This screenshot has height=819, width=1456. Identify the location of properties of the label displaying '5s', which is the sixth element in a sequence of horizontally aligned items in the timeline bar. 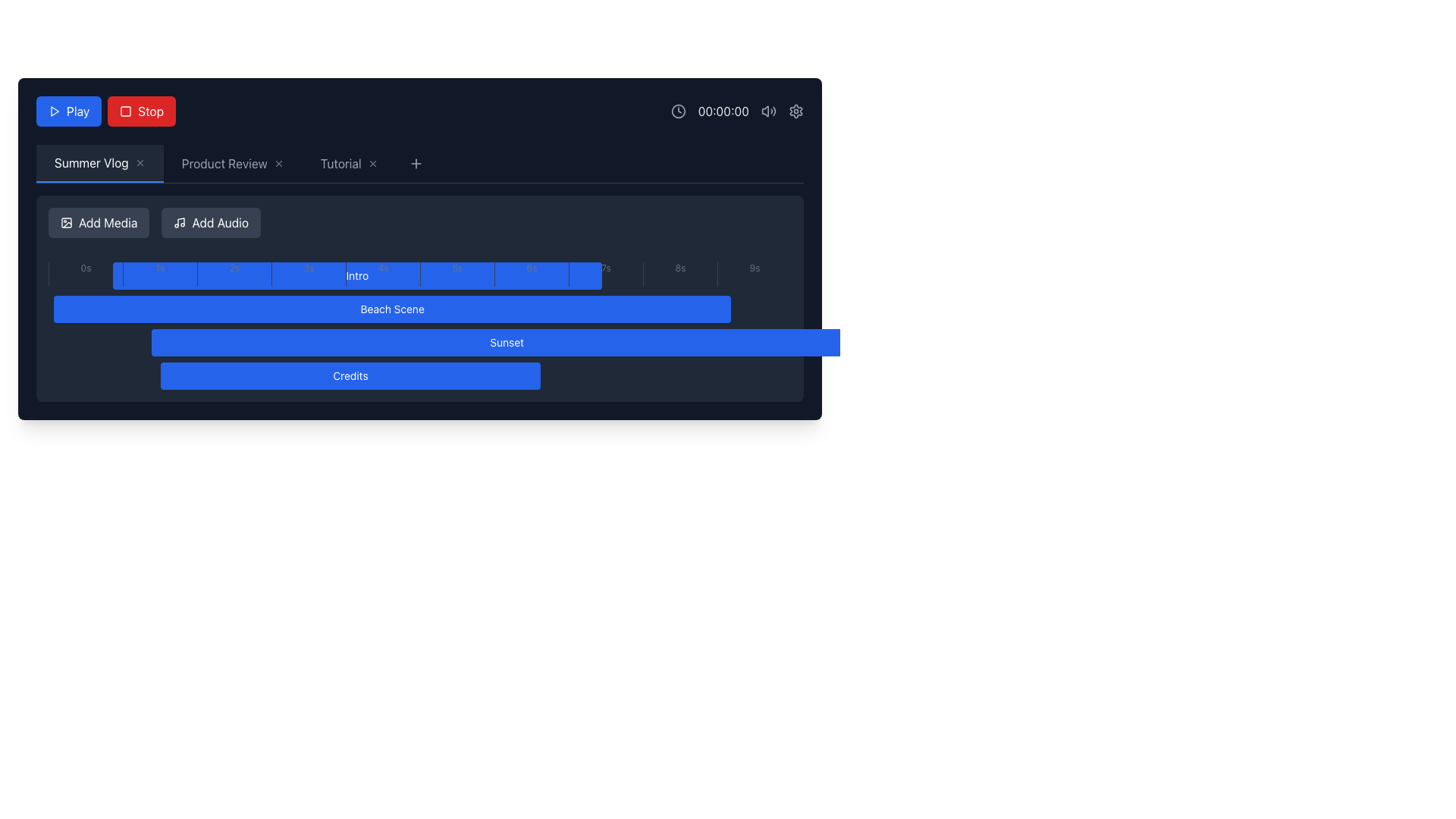
(457, 275).